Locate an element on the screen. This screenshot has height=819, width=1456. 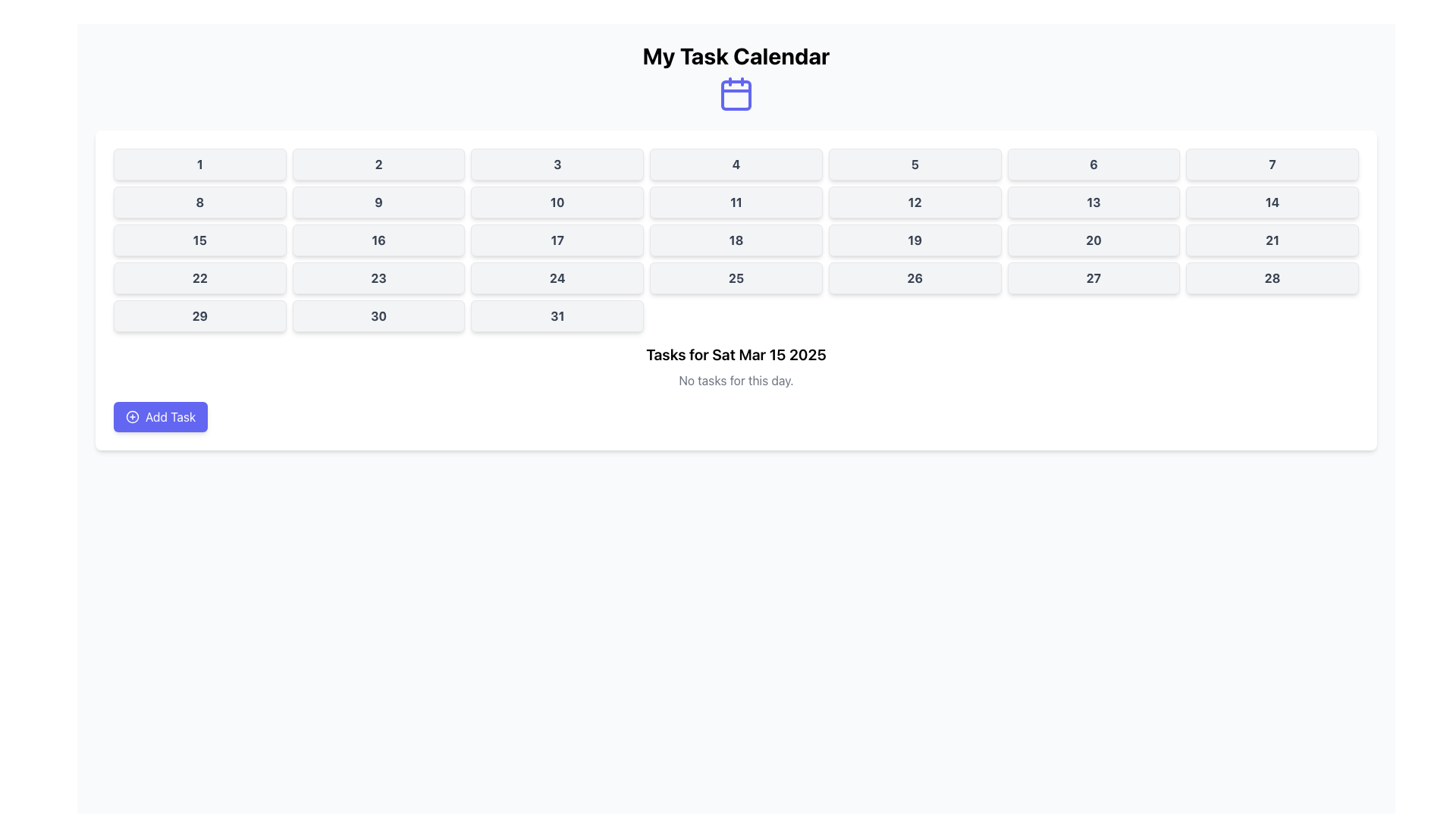
the static text that informs users there are no tasks scheduled for the selected day, located under the header 'Tasks for Sat Mar 15 2025' and above the 'Add Task' button is located at coordinates (736, 379).